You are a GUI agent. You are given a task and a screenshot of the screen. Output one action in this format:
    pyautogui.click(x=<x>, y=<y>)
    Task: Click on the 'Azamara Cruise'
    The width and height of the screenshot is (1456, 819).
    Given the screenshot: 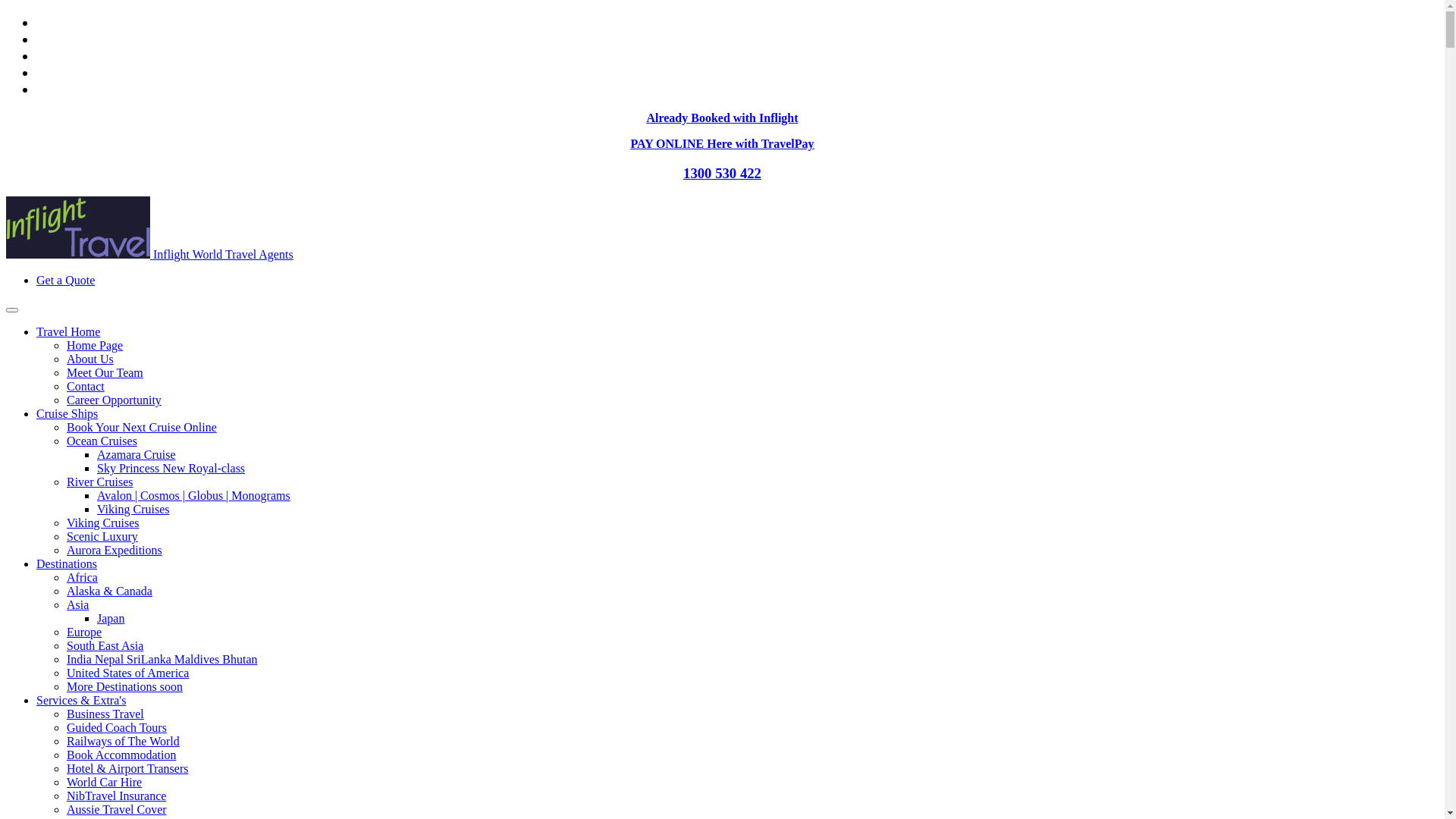 What is the action you would take?
    pyautogui.click(x=136, y=453)
    